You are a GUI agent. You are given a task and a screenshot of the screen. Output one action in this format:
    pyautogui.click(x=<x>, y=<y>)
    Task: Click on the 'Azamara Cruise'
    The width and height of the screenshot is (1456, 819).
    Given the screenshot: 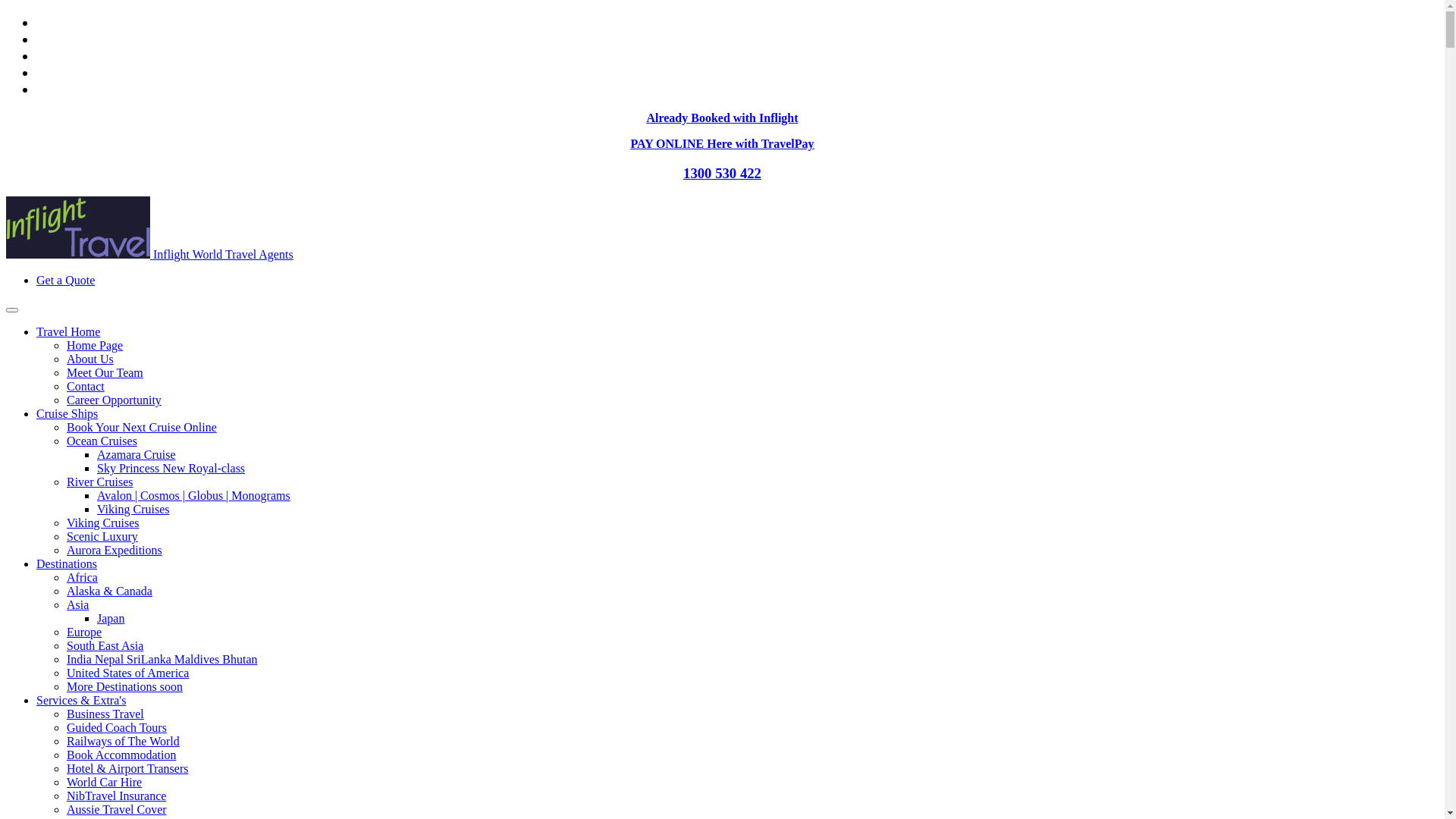 What is the action you would take?
    pyautogui.click(x=136, y=453)
    